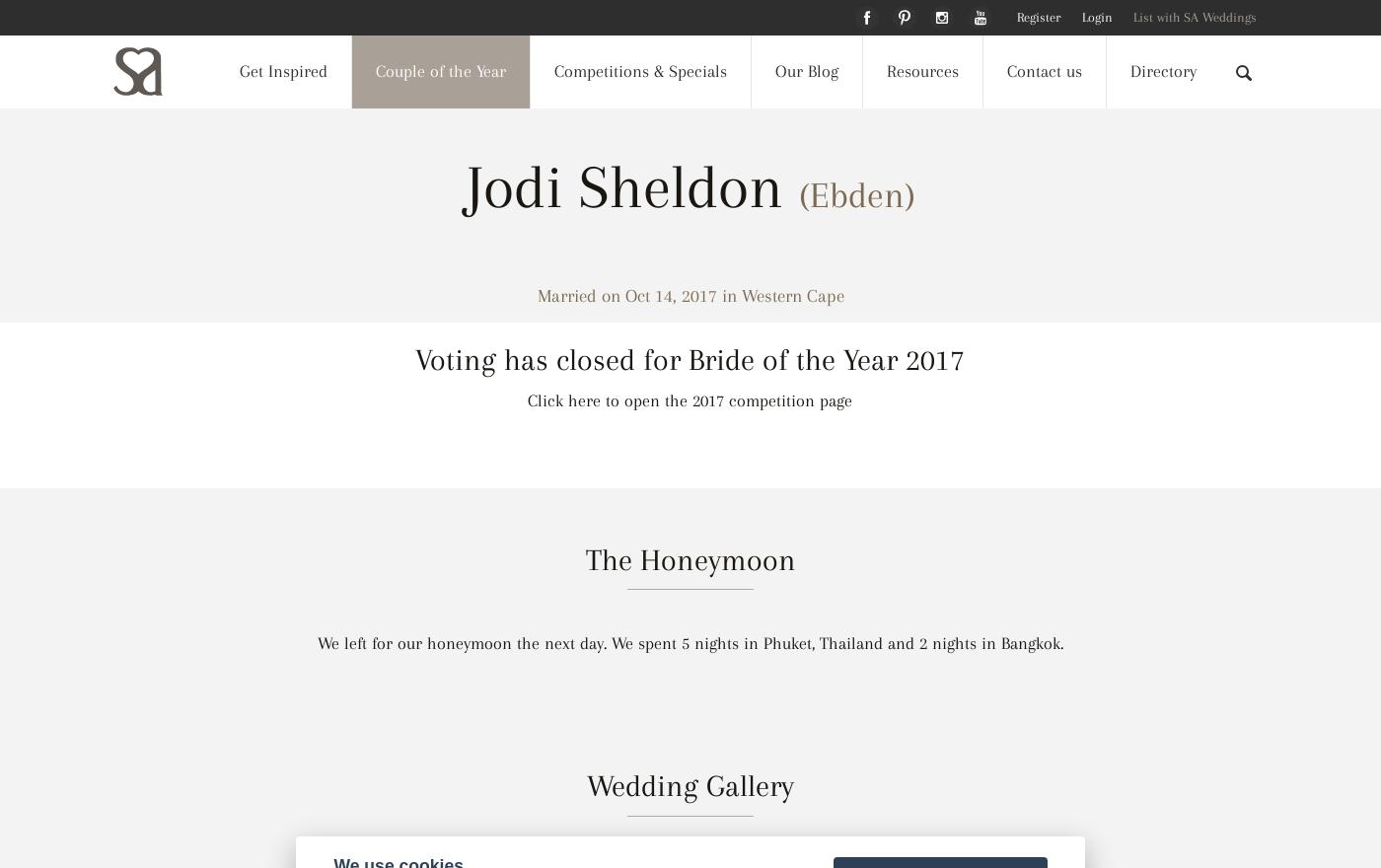 The height and width of the screenshot is (868, 1381). What do you see at coordinates (465, 185) in the screenshot?
I see `'Jodi Sheldon'` at bounding box center [465, 185].